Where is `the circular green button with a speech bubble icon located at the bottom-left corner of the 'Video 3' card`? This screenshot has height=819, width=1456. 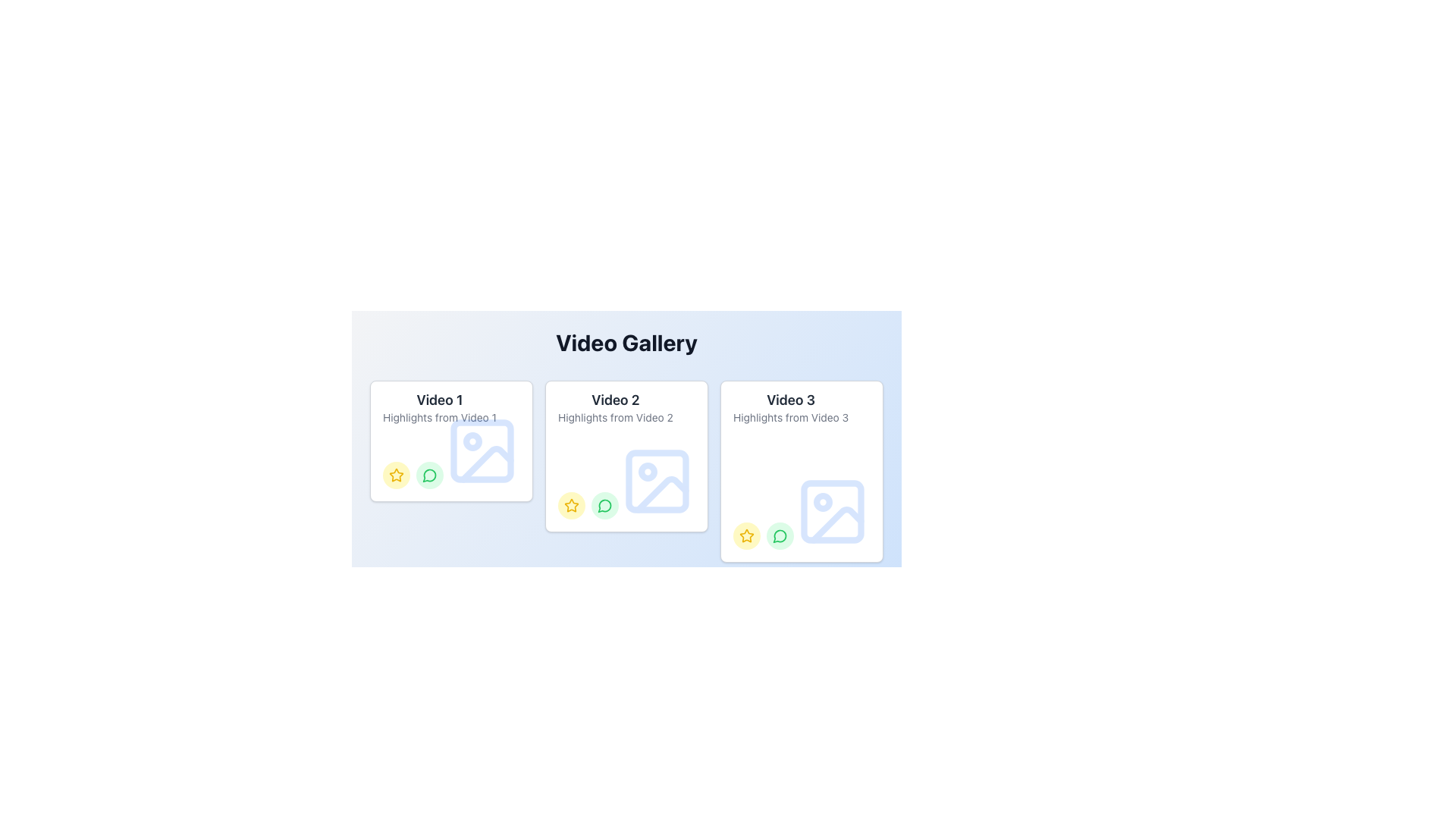 the circular green button with a speech bubble icon located at the bottom-left corner of the 'Video 3' card is located at coordinates (780, 535).